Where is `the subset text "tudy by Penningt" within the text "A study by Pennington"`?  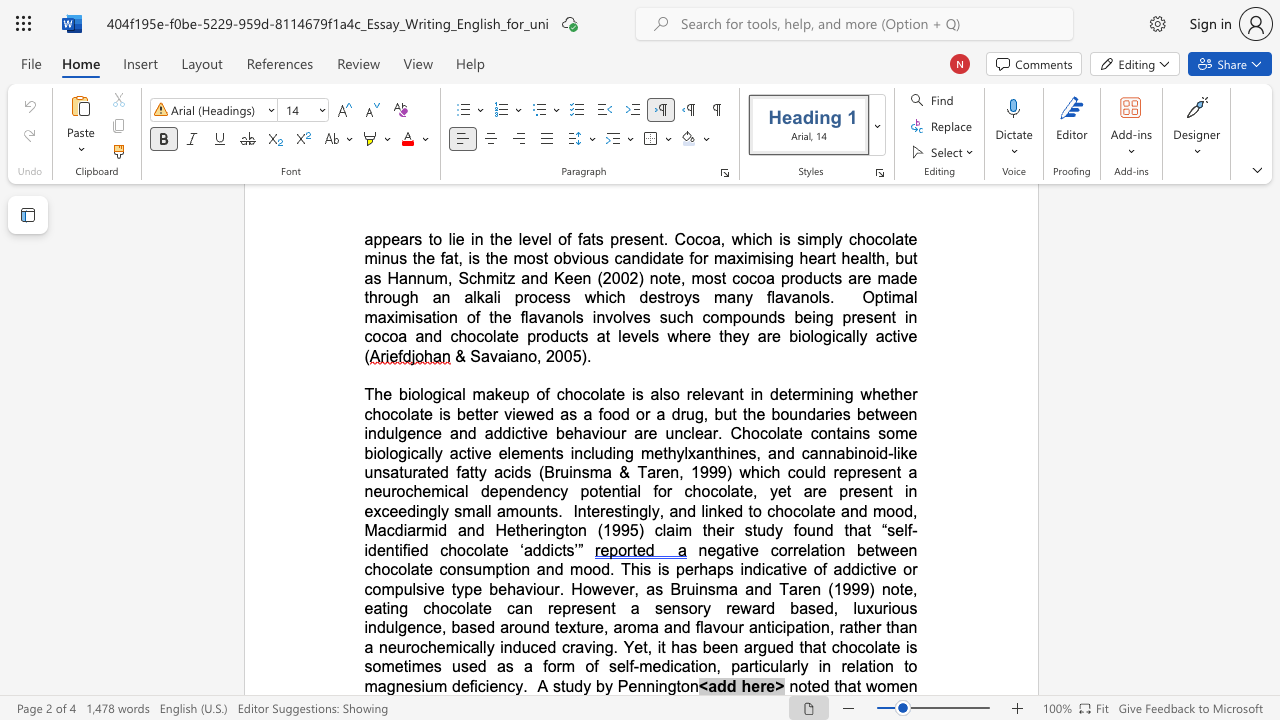
the subset text "tudy by Penningt" within the text "A study by Pennington" is located at coordinates (560, 685).